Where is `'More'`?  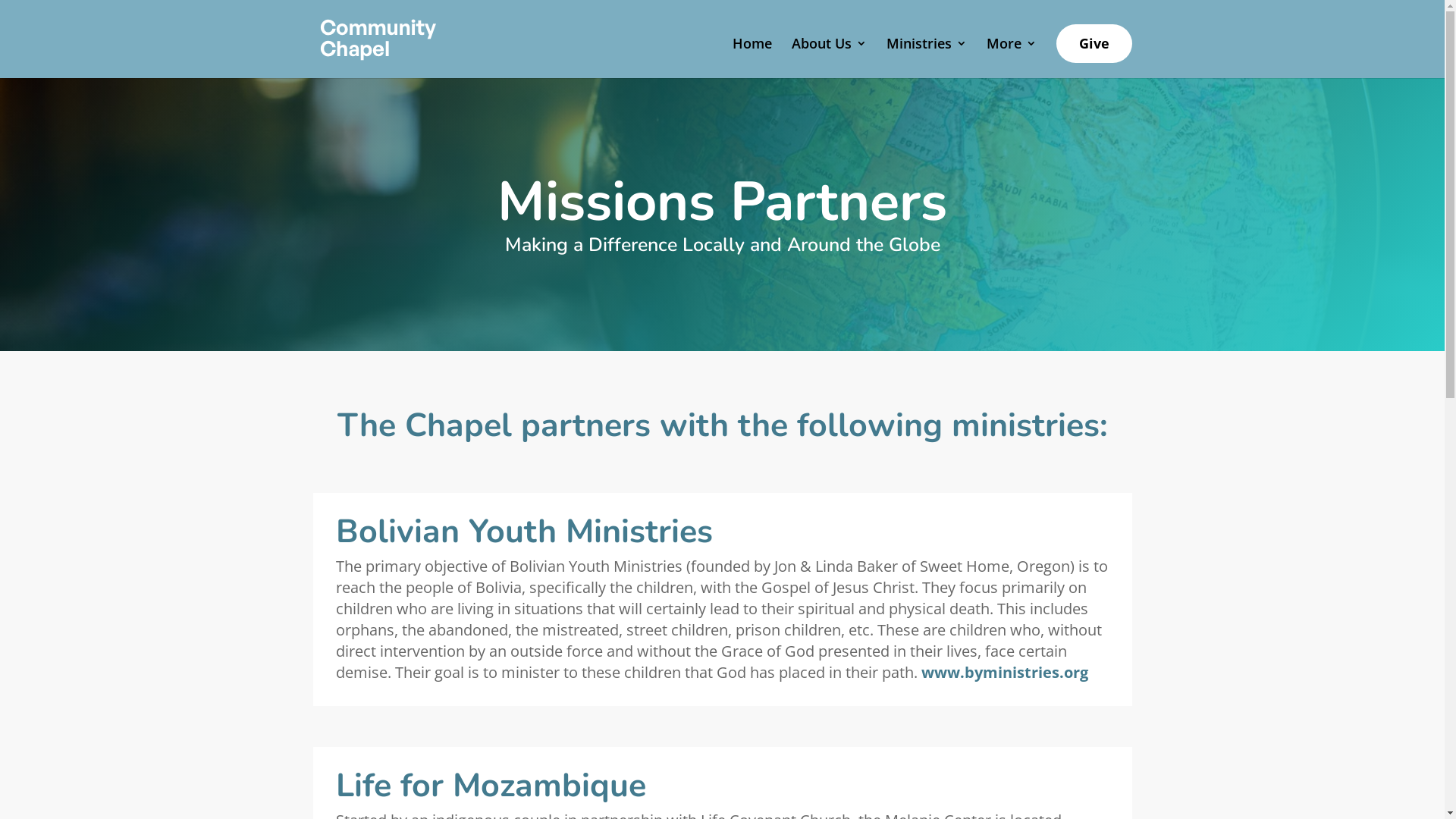
'More' is located at coordinates (1011, 55).